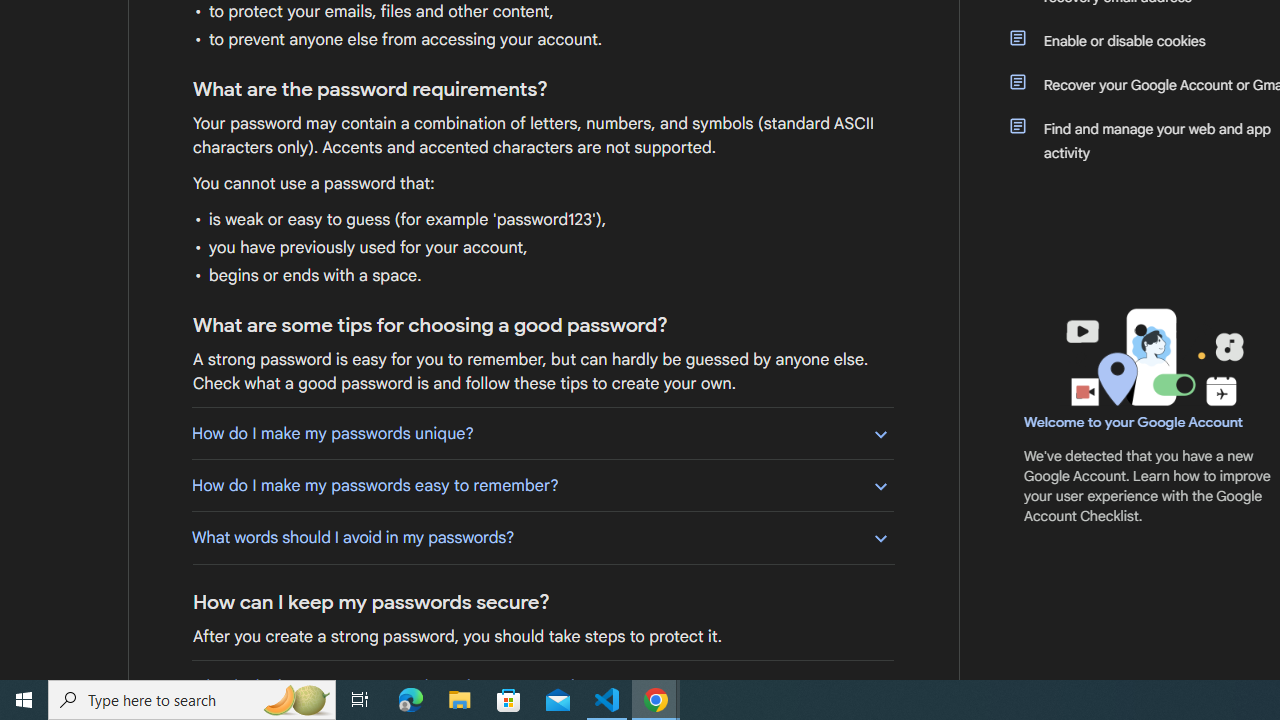 The image size is (1280, 720). I want to click on 'What words should I avoid in my passwords?', so click(542, 536).